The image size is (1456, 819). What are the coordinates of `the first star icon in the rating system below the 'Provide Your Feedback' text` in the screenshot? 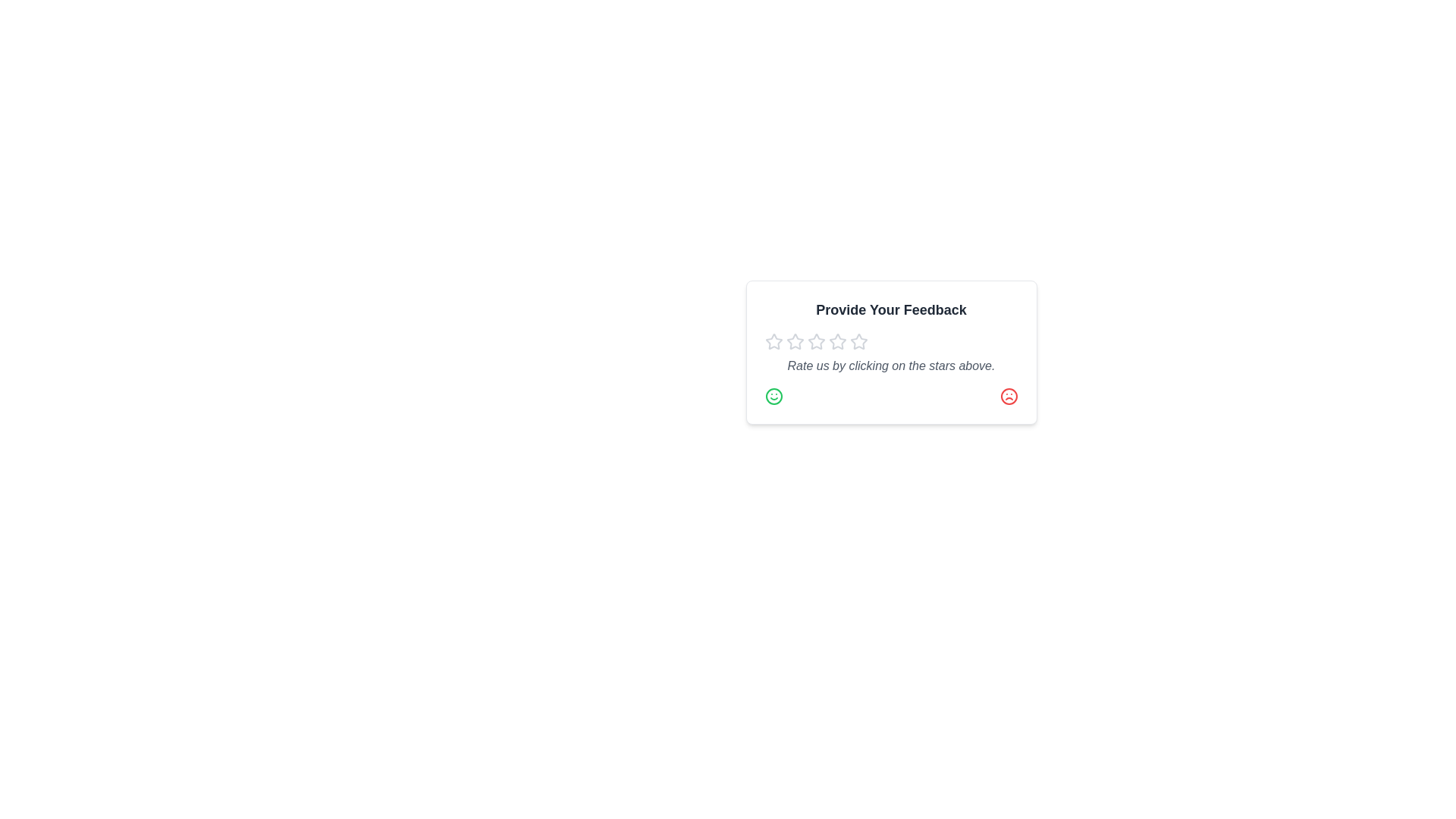 It's located at (773, 341).